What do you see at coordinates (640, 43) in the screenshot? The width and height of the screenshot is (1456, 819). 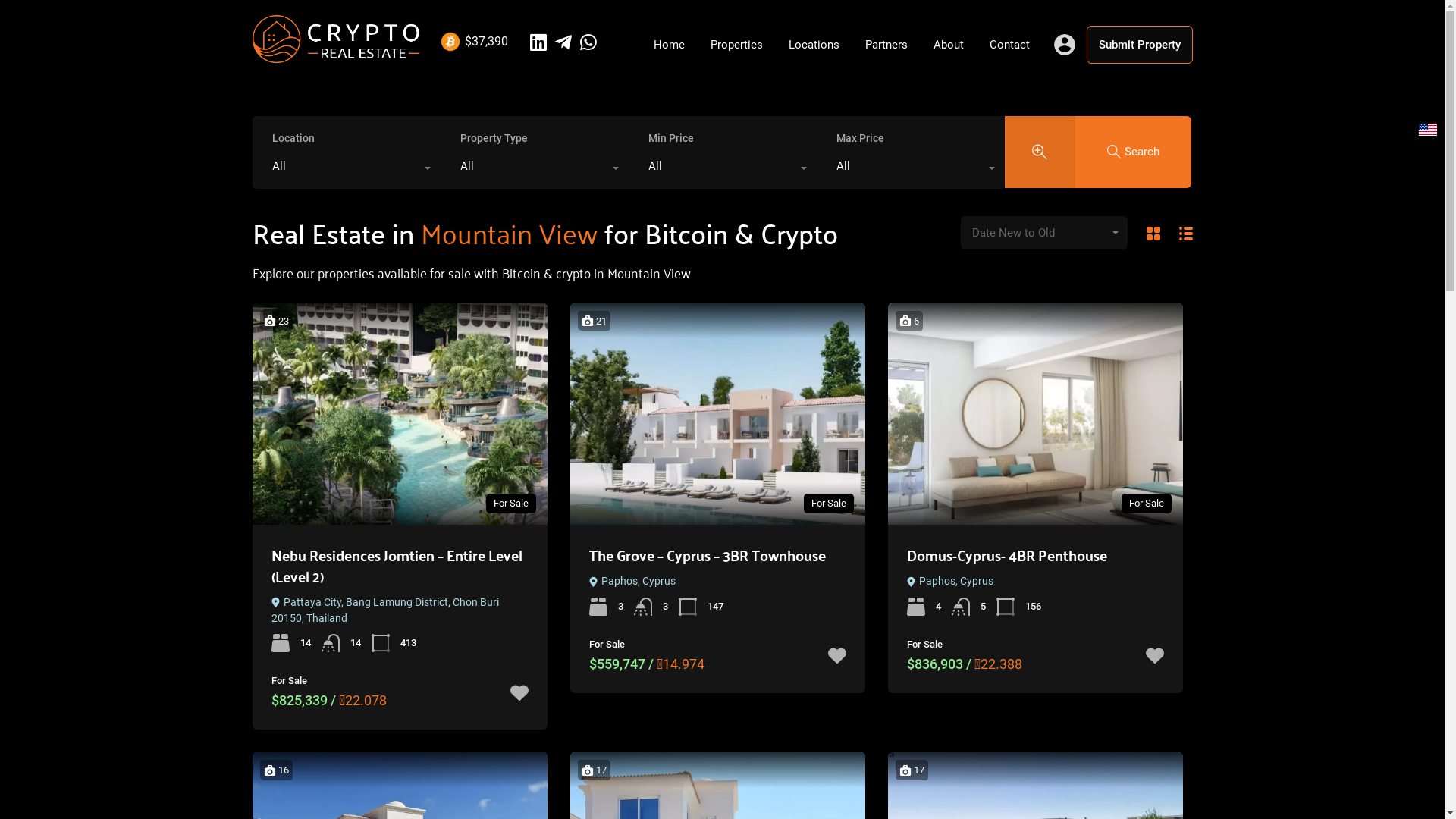 I see `'Home'` at bounding box center [640, 43].